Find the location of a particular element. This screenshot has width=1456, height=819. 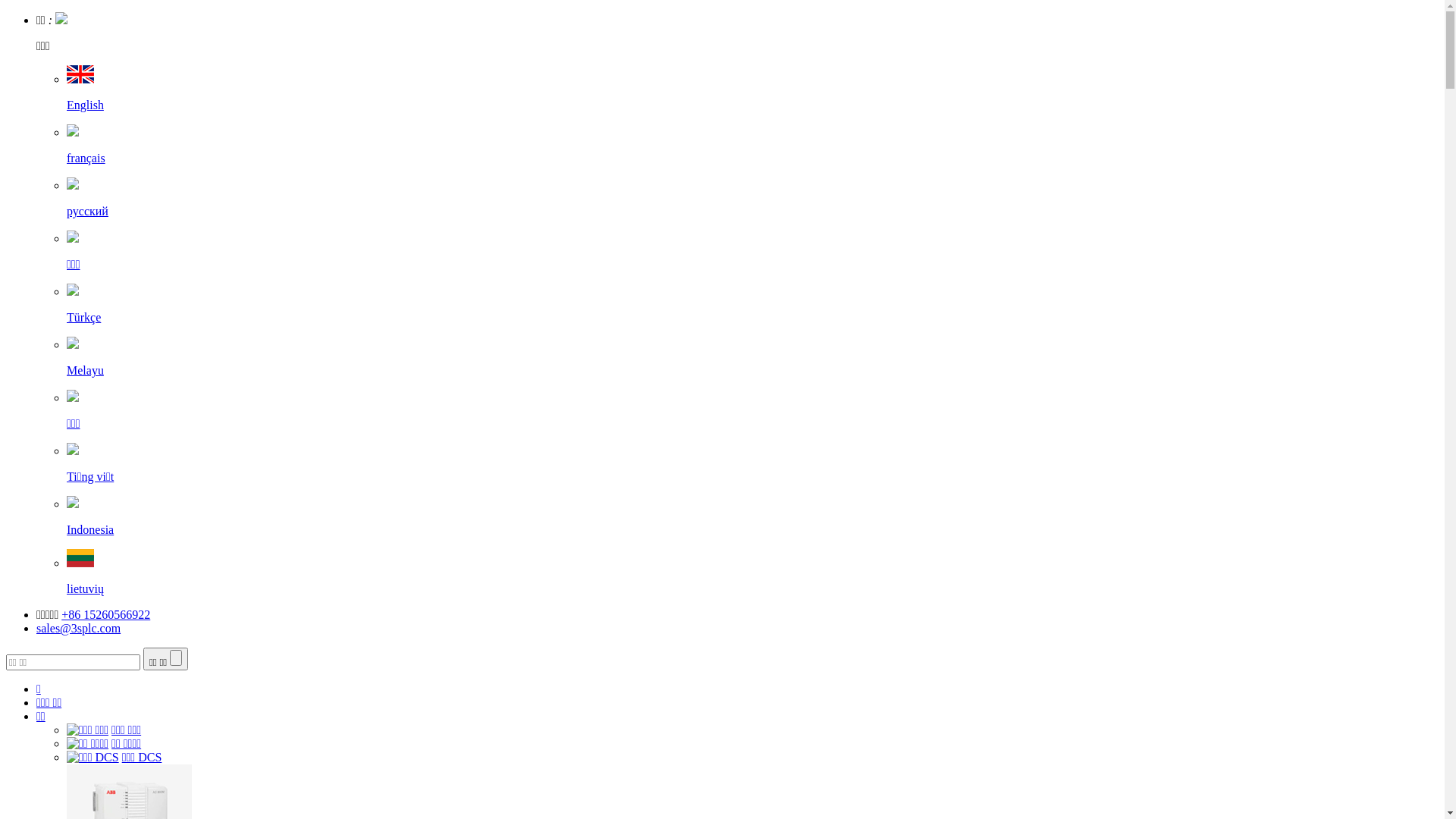

'sales@3splc.com' is located at coordinates (77, 628).